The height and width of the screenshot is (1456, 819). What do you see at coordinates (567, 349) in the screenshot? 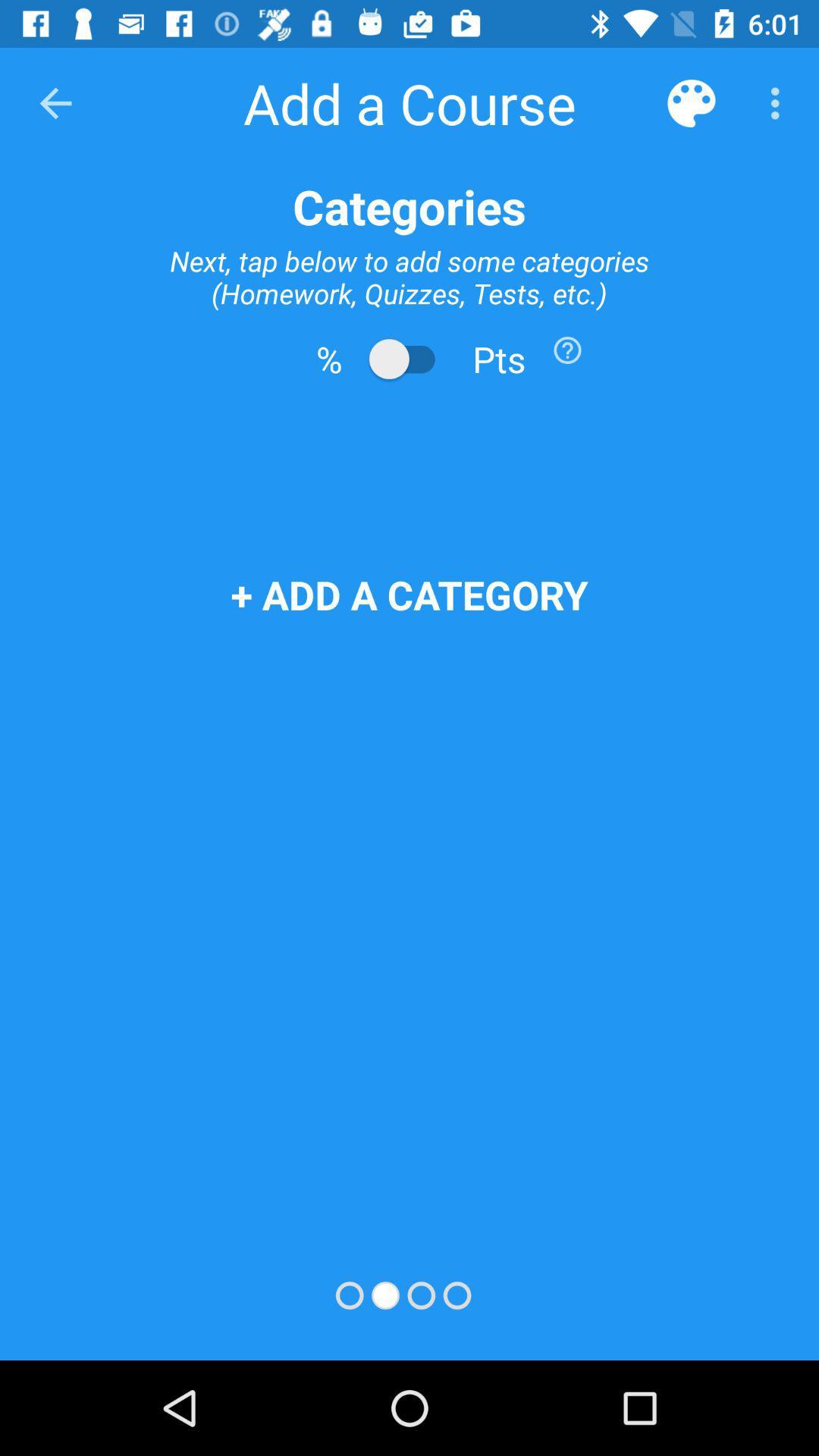
I see `the item next to the pts` at bounding box center [567, 349].